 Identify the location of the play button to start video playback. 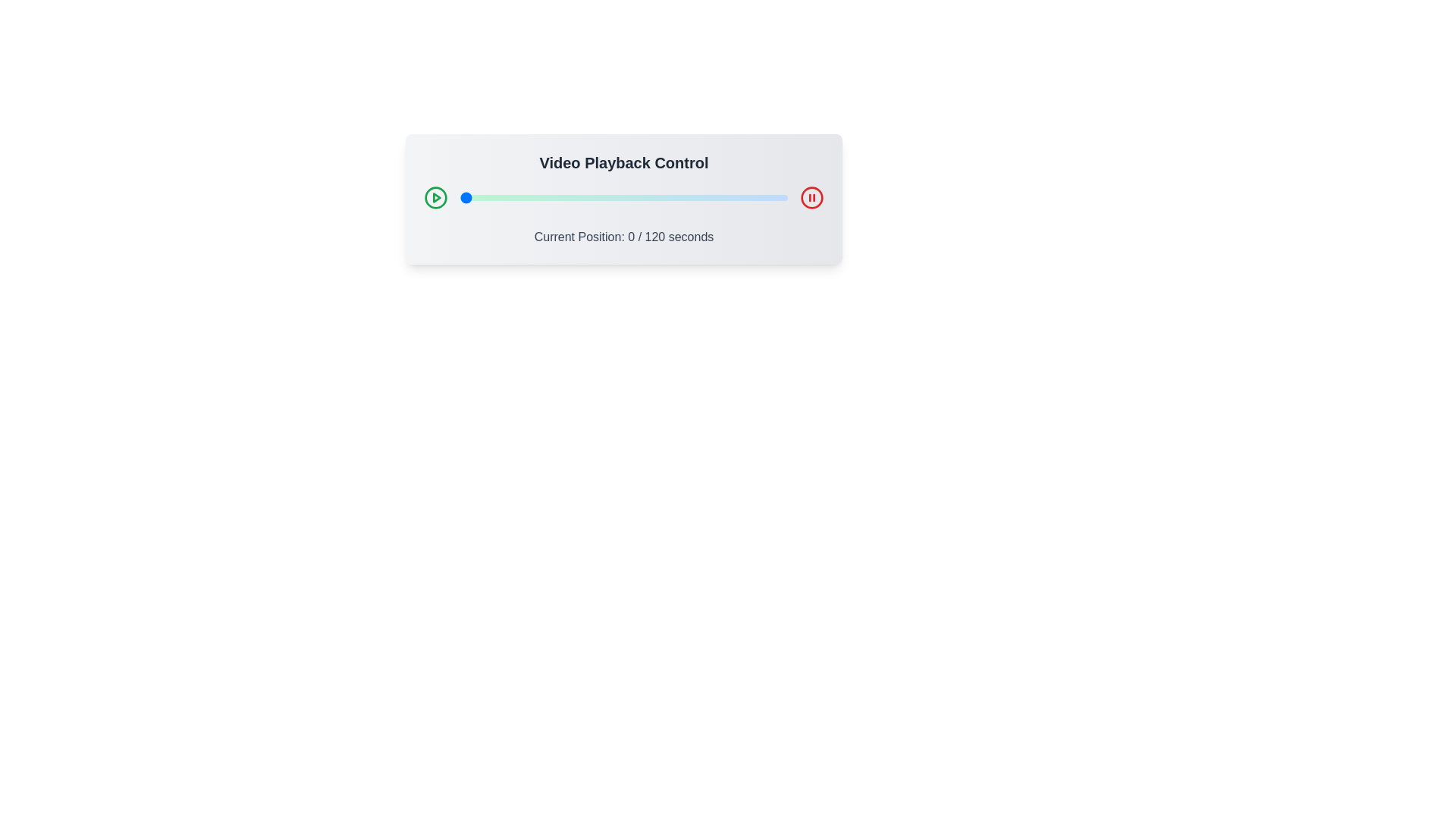
(435, 197).